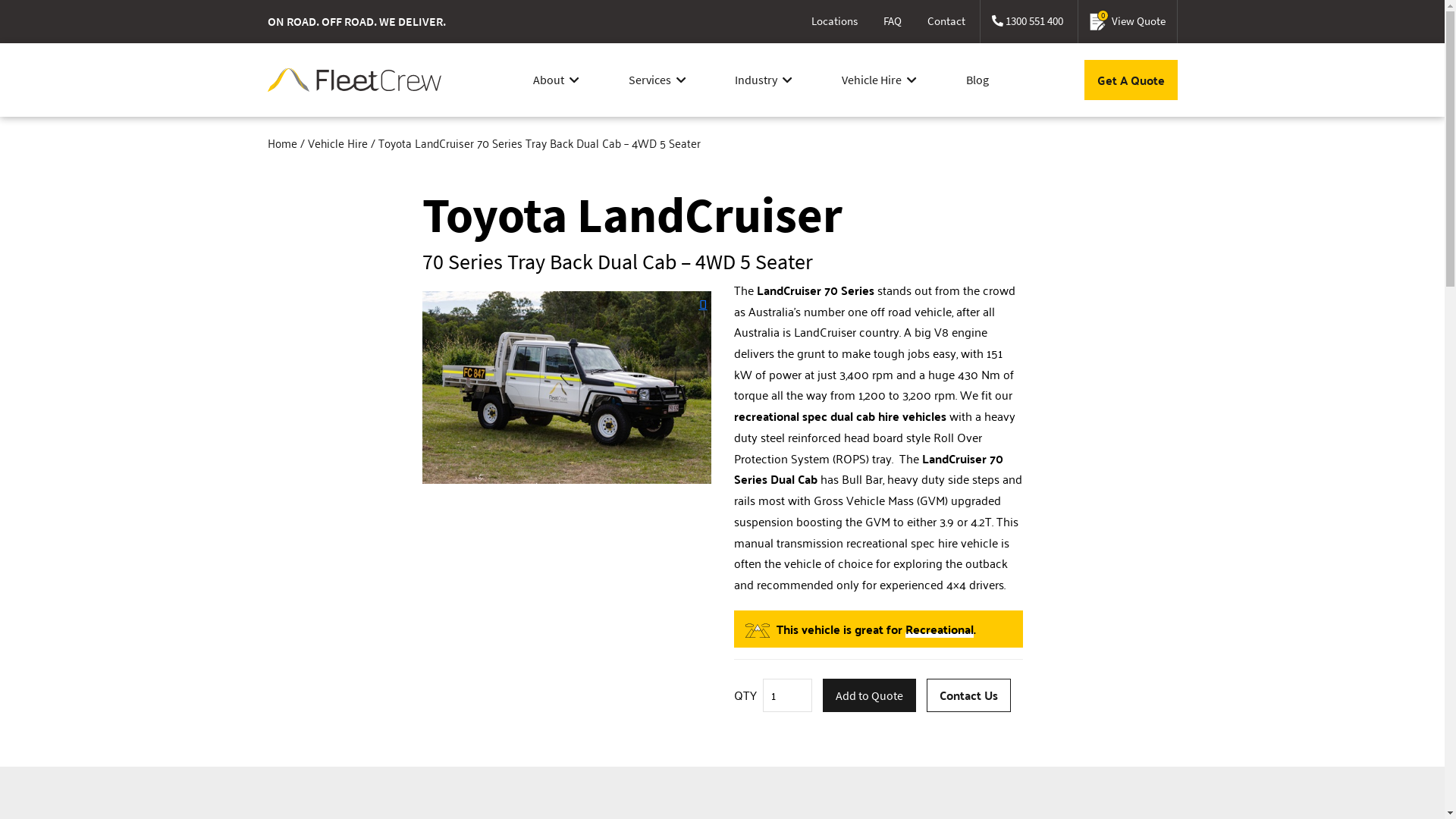 The height and width of the screenshot is (819, 1456). I want to click on 'Add to Quote', so click(868, 695).